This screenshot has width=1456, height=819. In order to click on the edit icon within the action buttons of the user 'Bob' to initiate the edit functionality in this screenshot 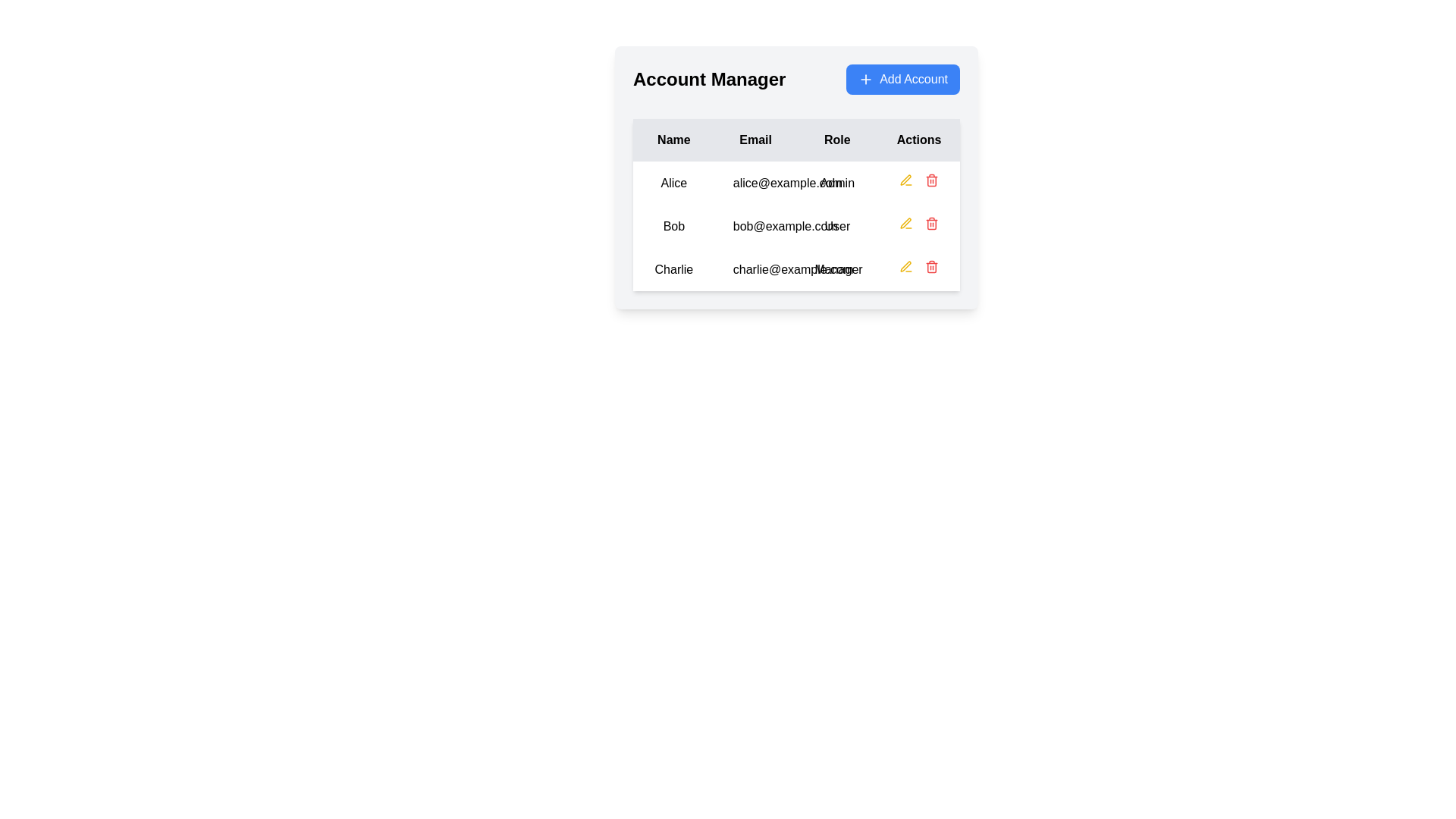, I will do `click(918, 225)`.